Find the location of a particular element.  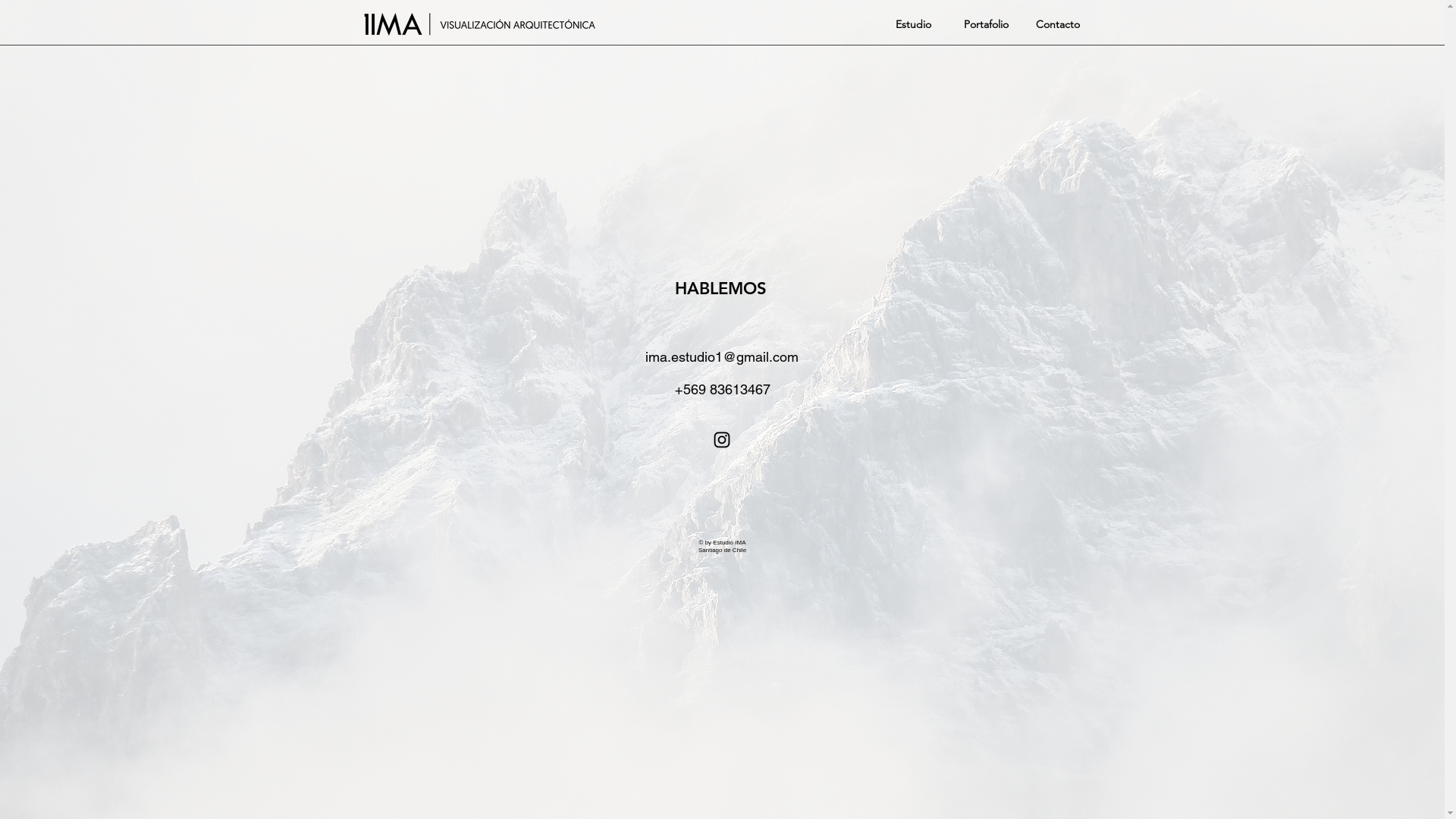

'Estudio' is located at coordinates (910, 24).